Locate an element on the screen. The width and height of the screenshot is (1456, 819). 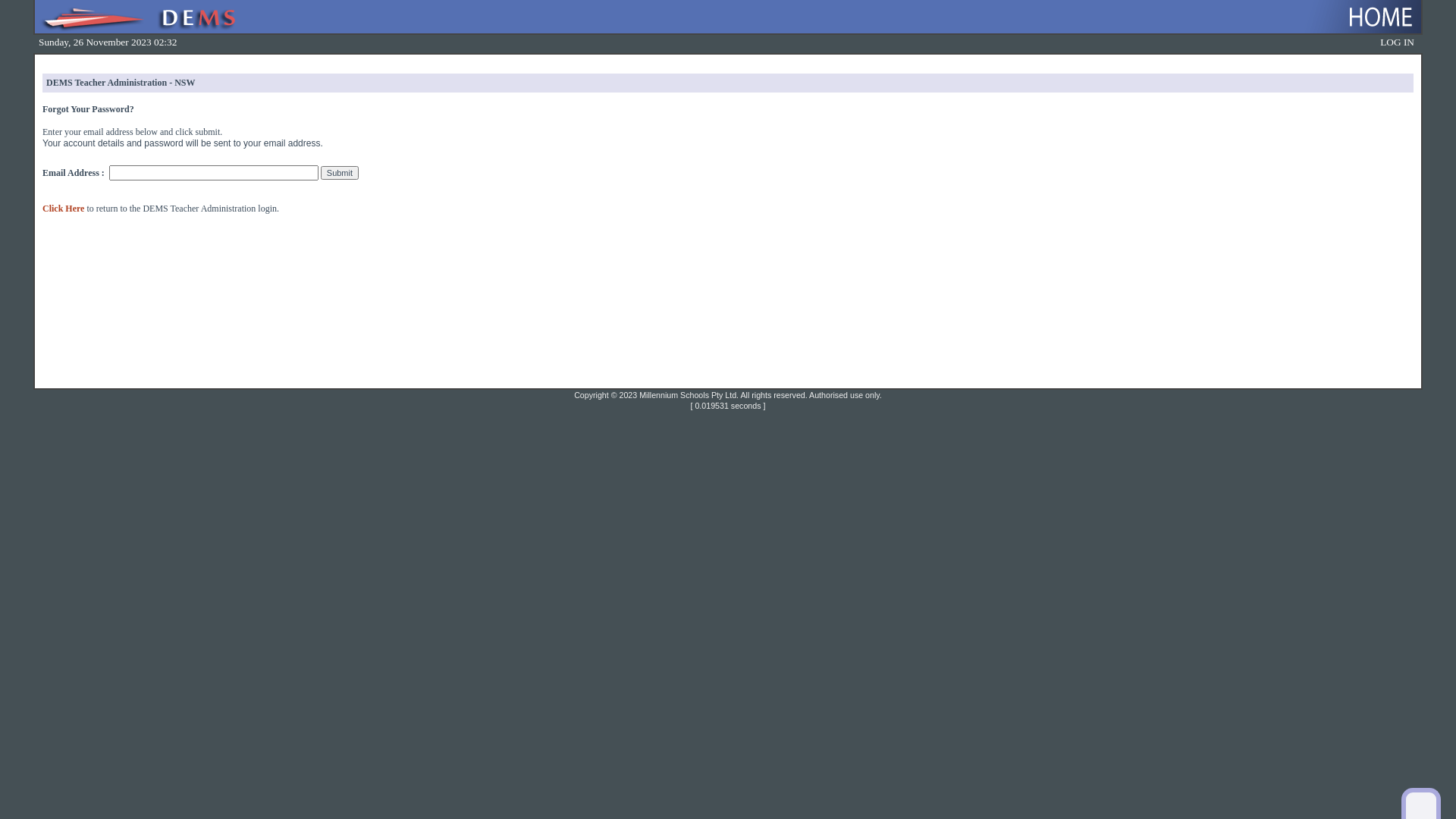
'Click Here' is located at coordinates (62, 208).